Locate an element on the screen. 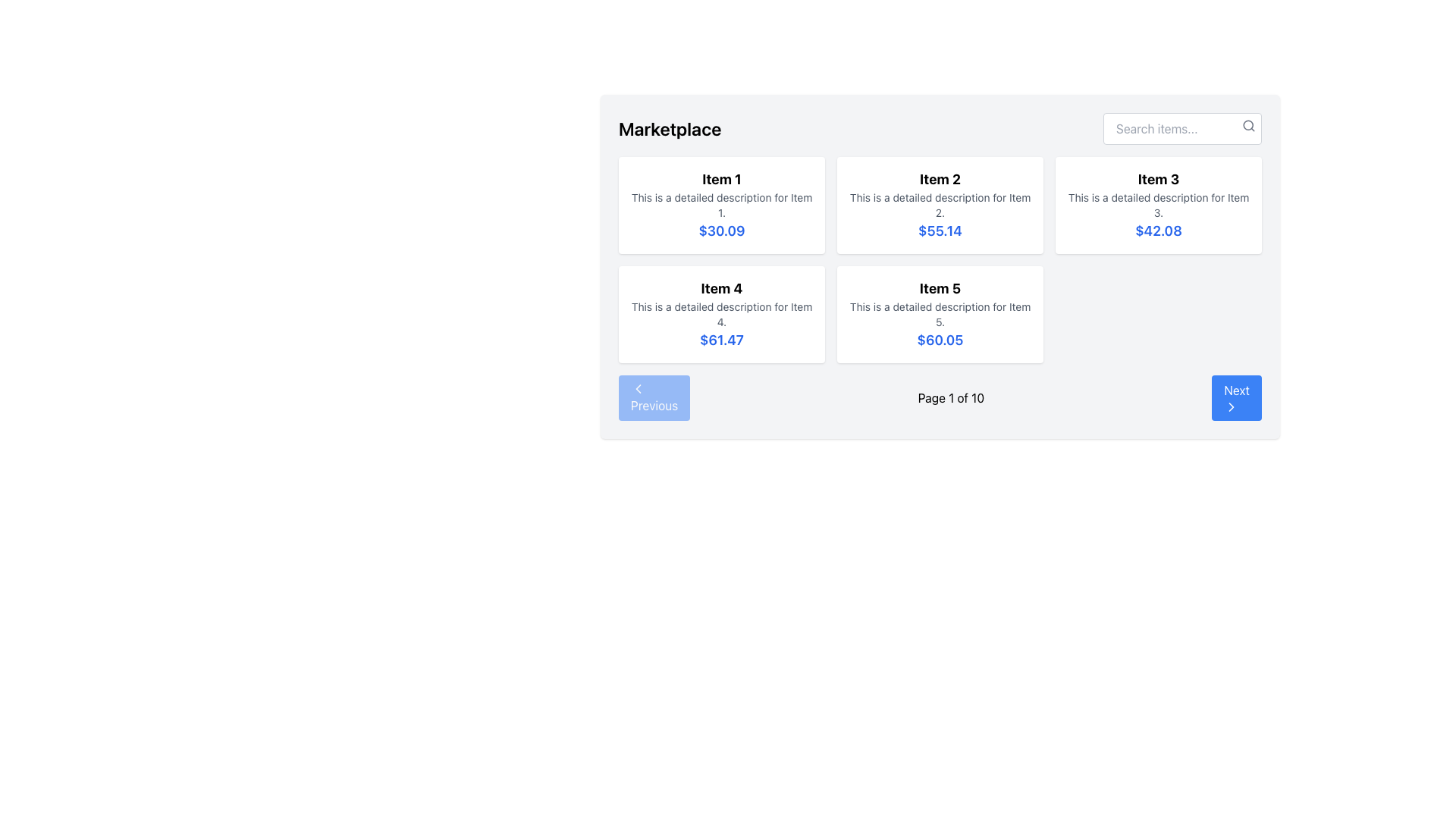  the directional indicator icon for the 'Next' action located at the bottom-right corner of the pagination control is located at coordinates (1232, 406).